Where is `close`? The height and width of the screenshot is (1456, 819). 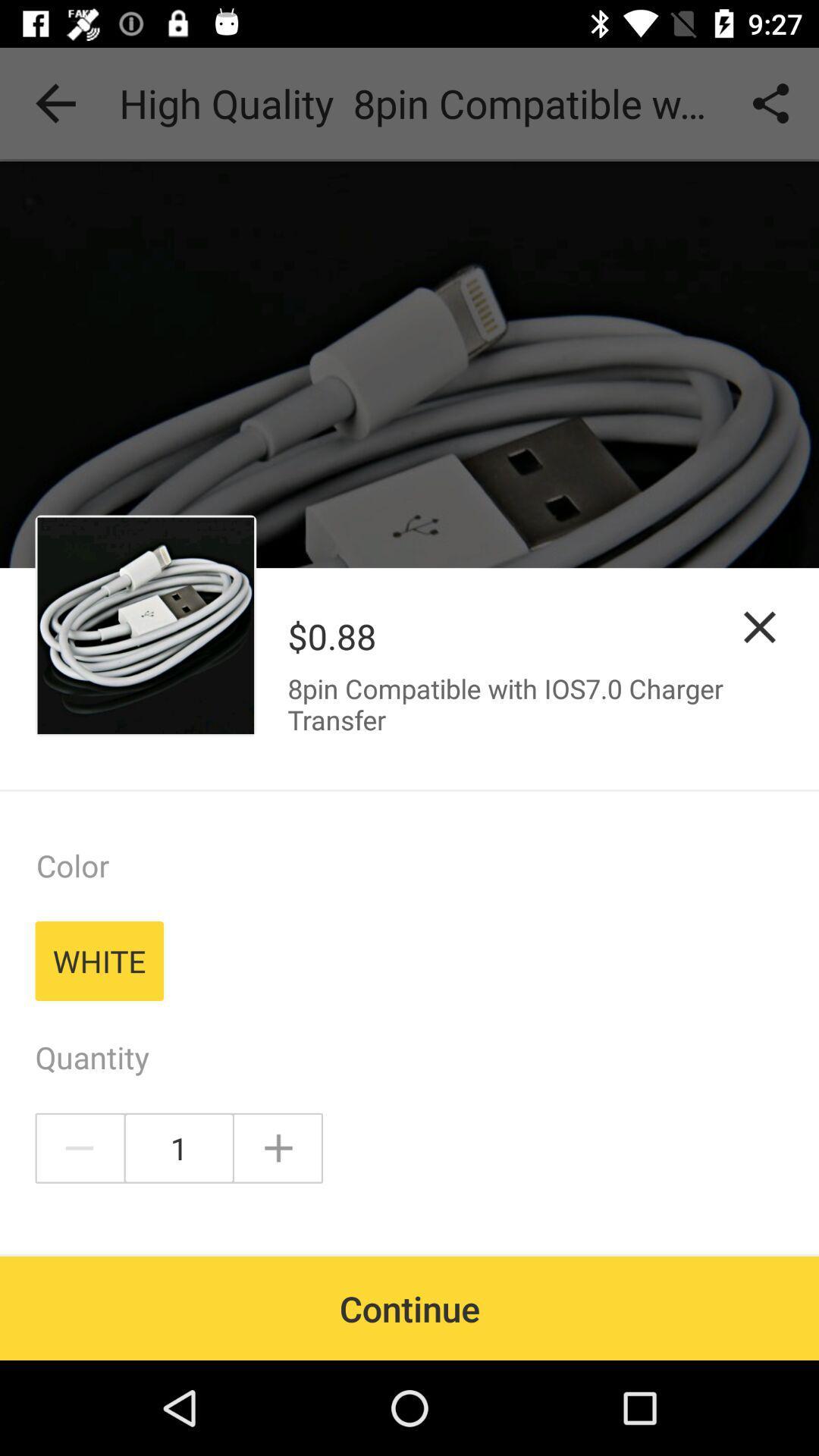 close is located at coordinates (760, 627).